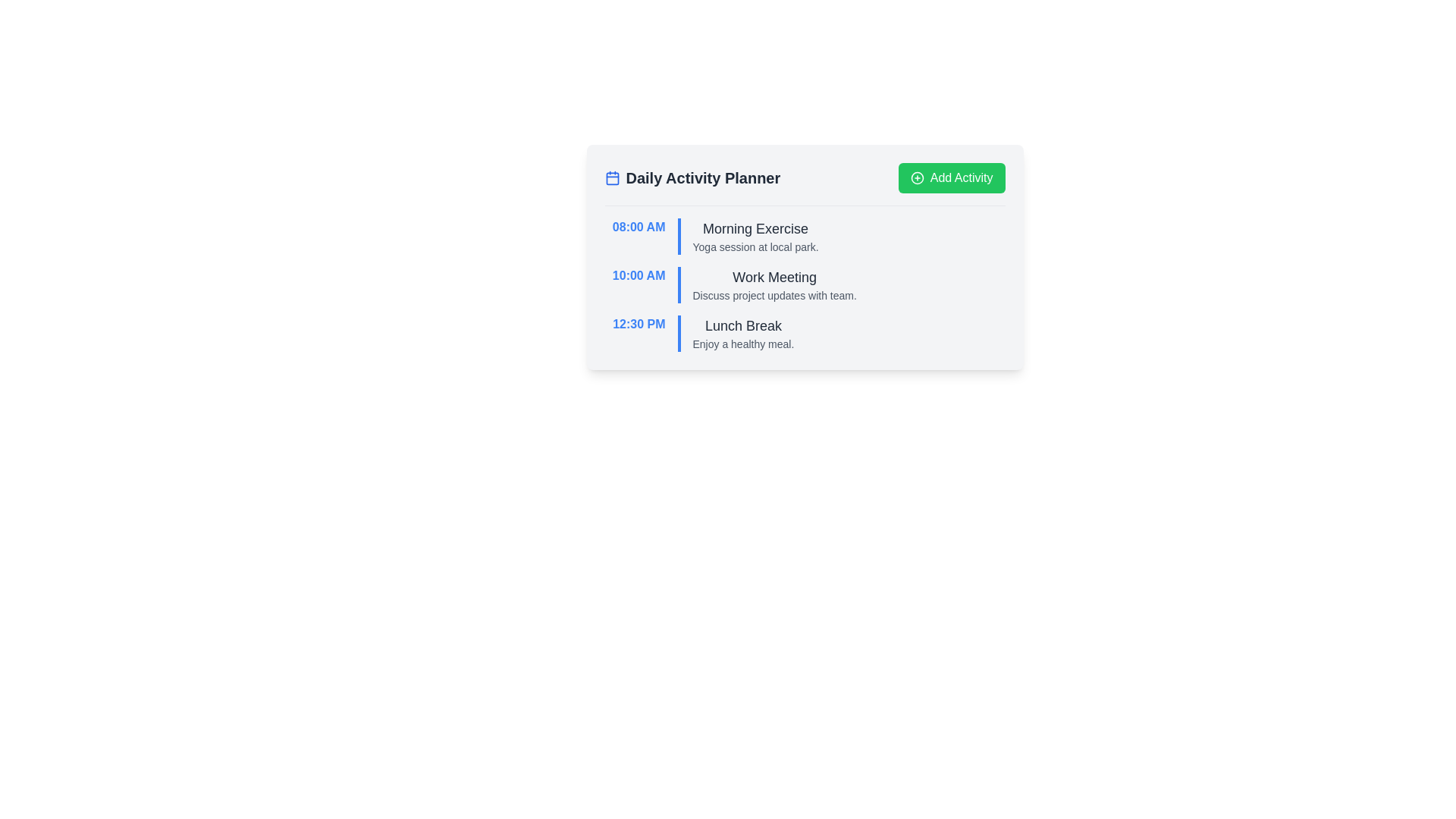  What do you see at coordinates (804, 237) in the screenshot?
I see `textual information from the first List Item representing an Event Entry, which displays the scheduled event's time and description` at bounding box center [804, 237].